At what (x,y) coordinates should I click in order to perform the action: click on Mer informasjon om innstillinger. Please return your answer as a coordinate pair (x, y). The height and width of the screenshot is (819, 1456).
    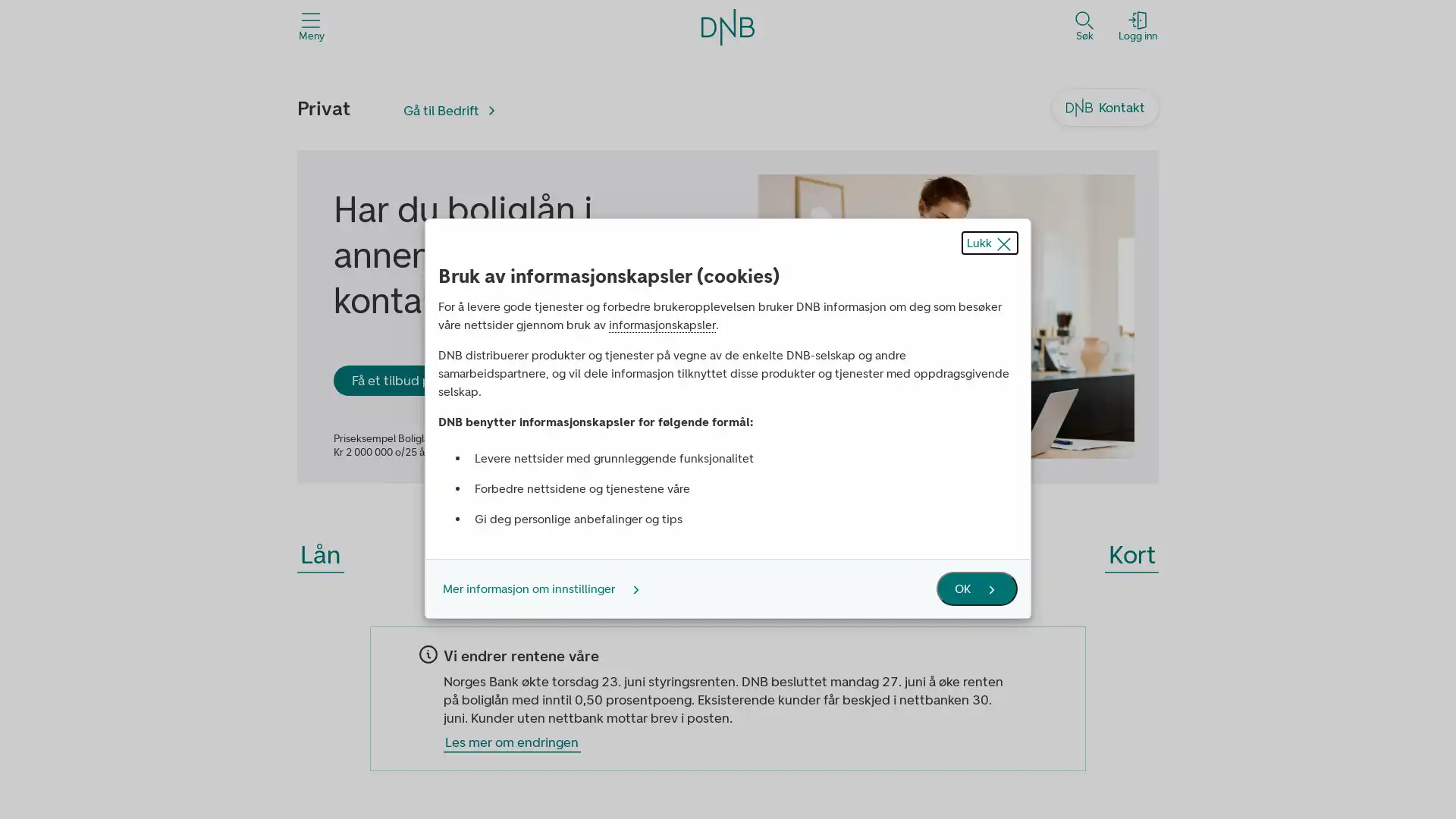
    Looking at the image, I should click on (535, 587).